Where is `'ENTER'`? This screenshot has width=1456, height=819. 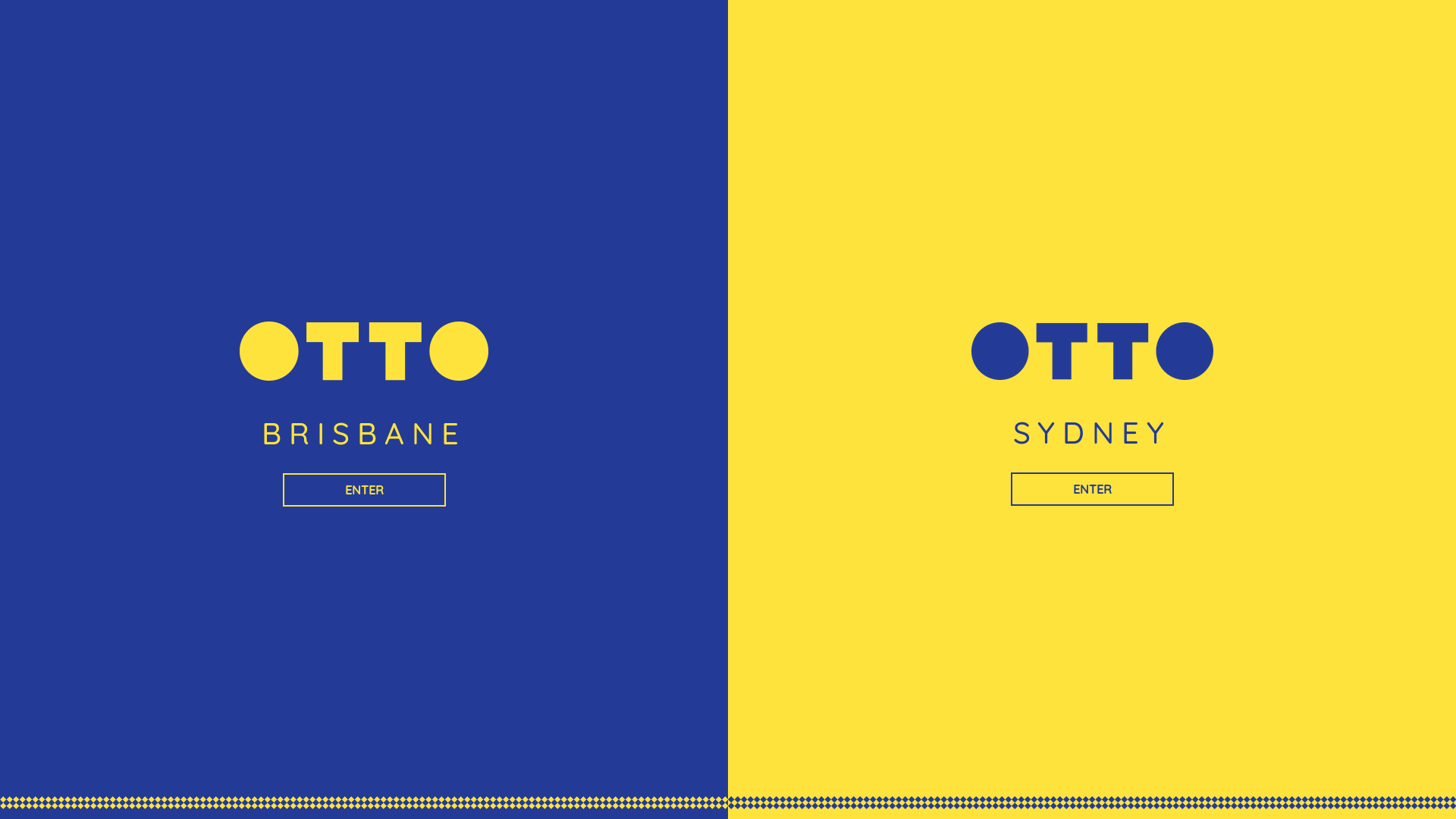 'ENTER' is located at coordinates (362, 489).